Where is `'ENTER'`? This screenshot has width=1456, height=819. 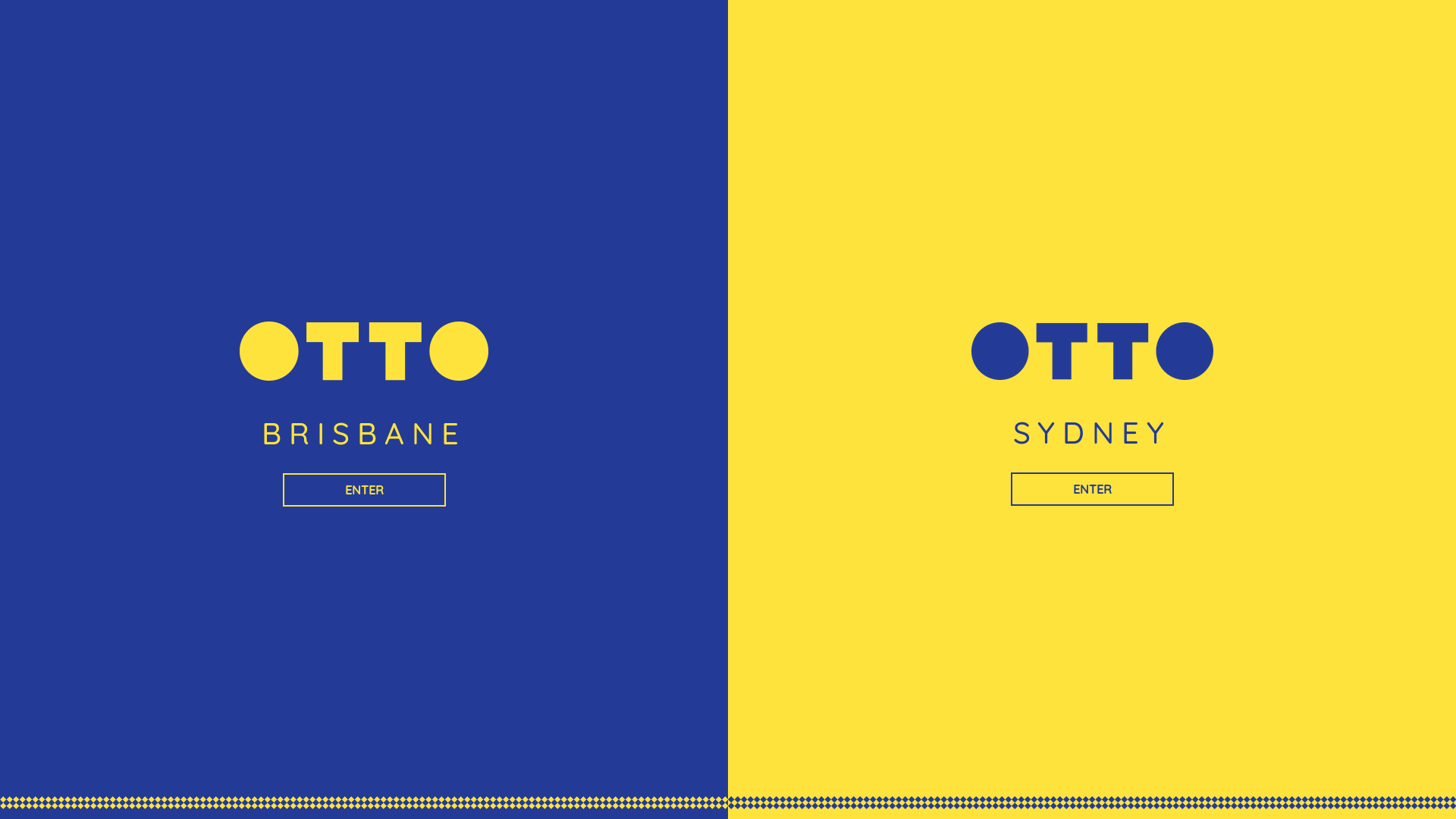 'ENTER' is located at coordinates (362, 489).